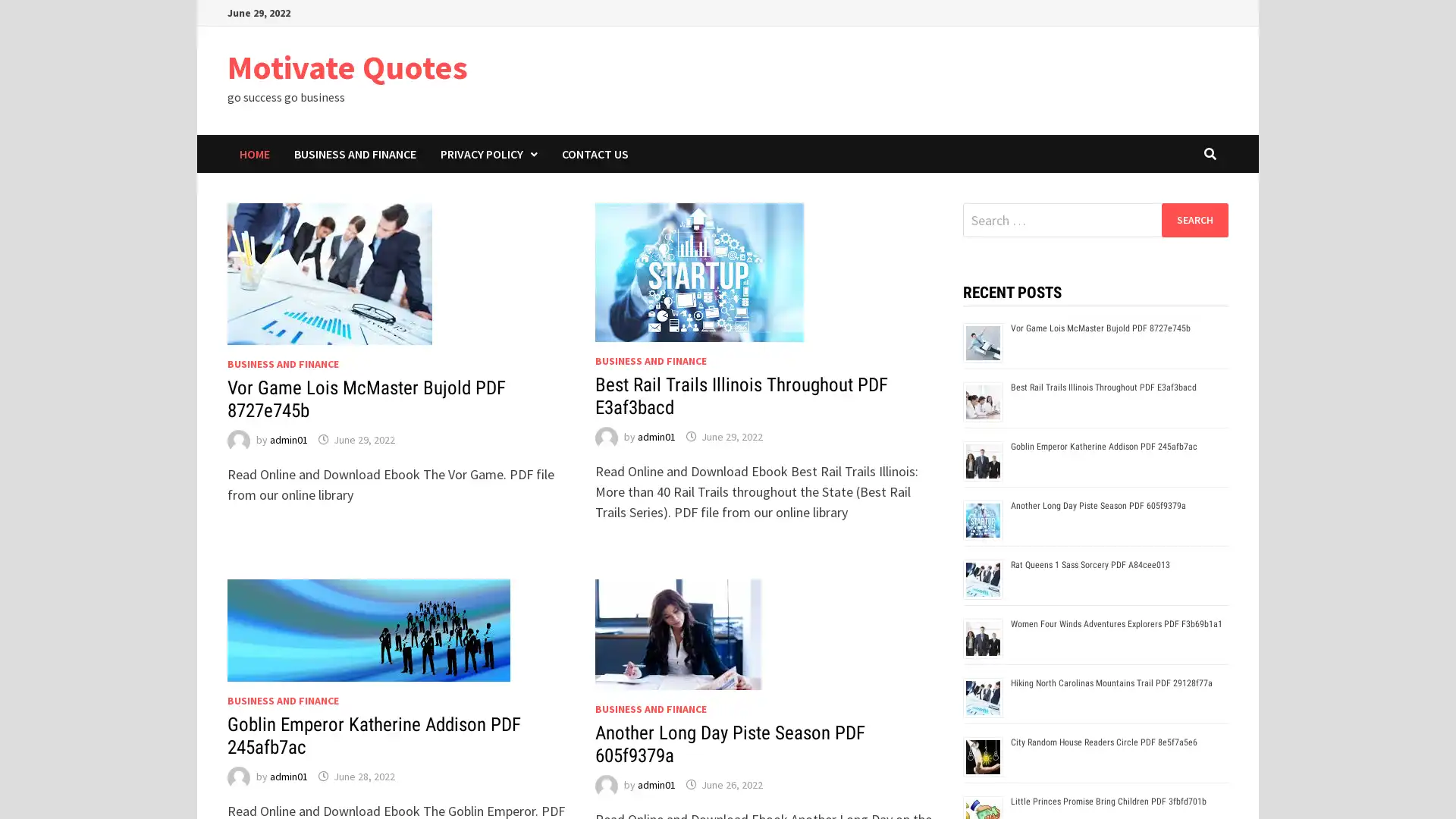 This screenshot has width=1456, height=819. I want to click on Search, so click(1194, 219).